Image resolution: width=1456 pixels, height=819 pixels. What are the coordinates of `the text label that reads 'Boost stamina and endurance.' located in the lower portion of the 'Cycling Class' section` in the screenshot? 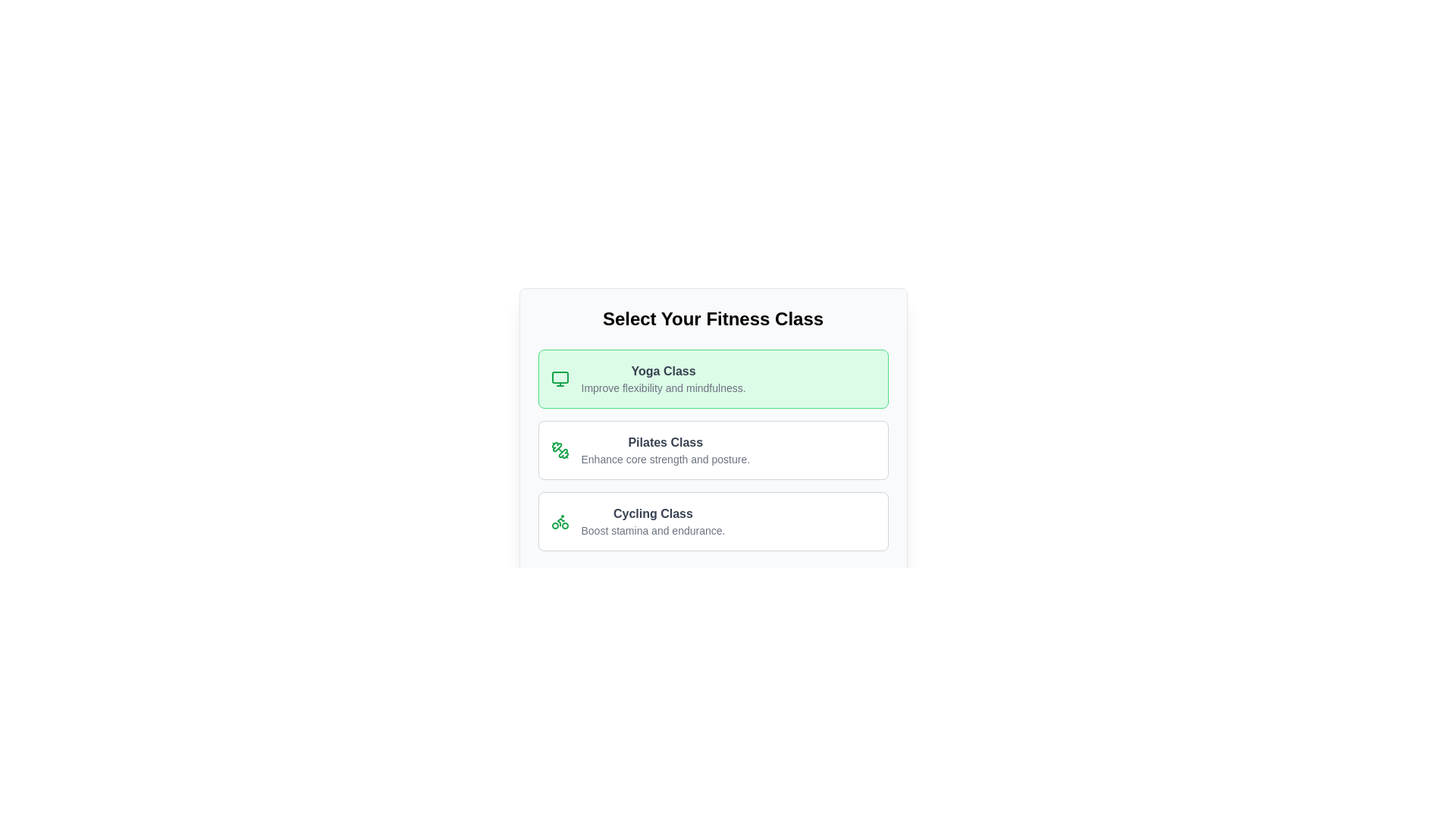 It's located at (653, 529).